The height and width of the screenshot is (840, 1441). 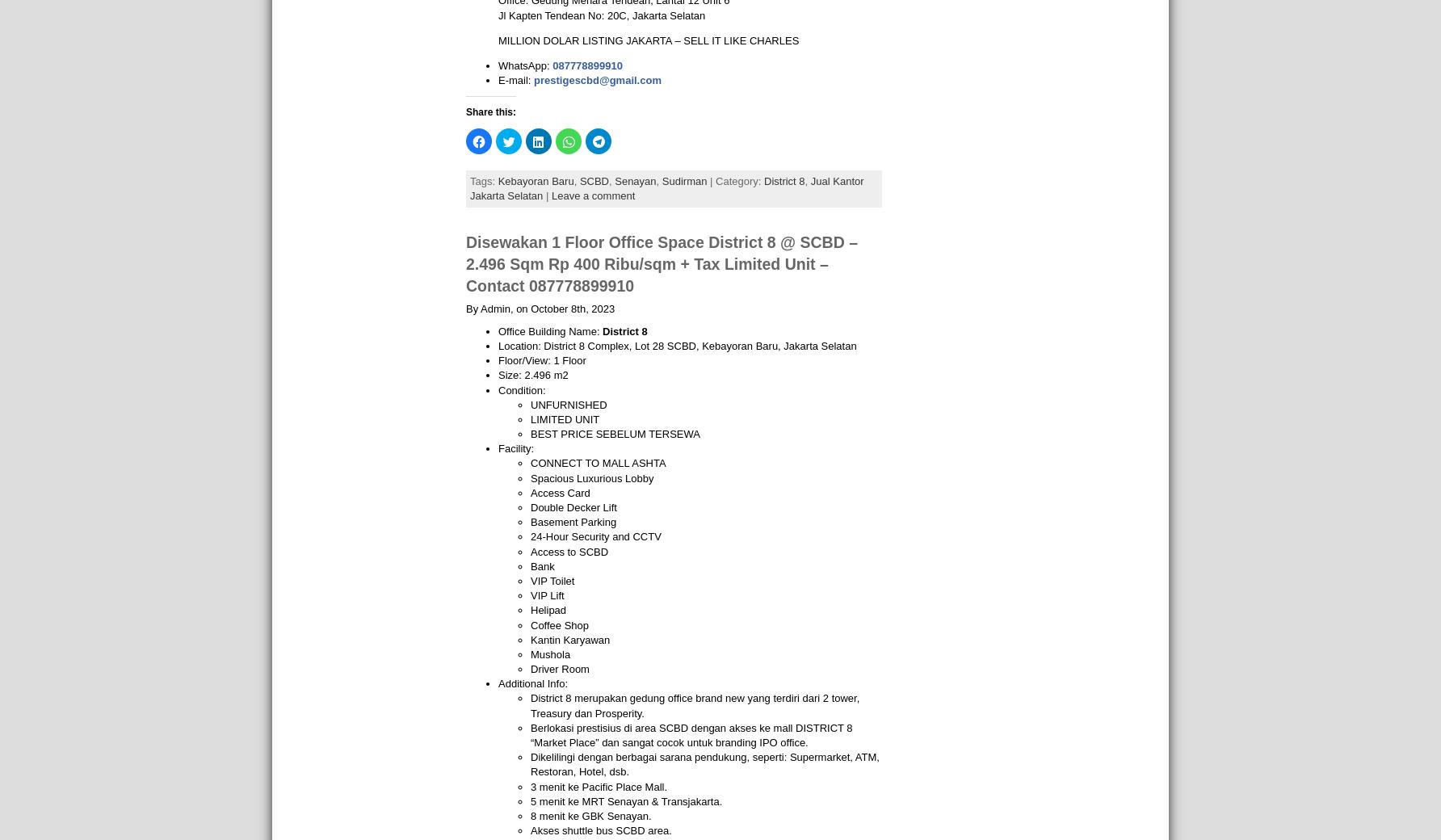 I want to click on '8 menit ke GBK Senayan.', so click(x=590, y=815).